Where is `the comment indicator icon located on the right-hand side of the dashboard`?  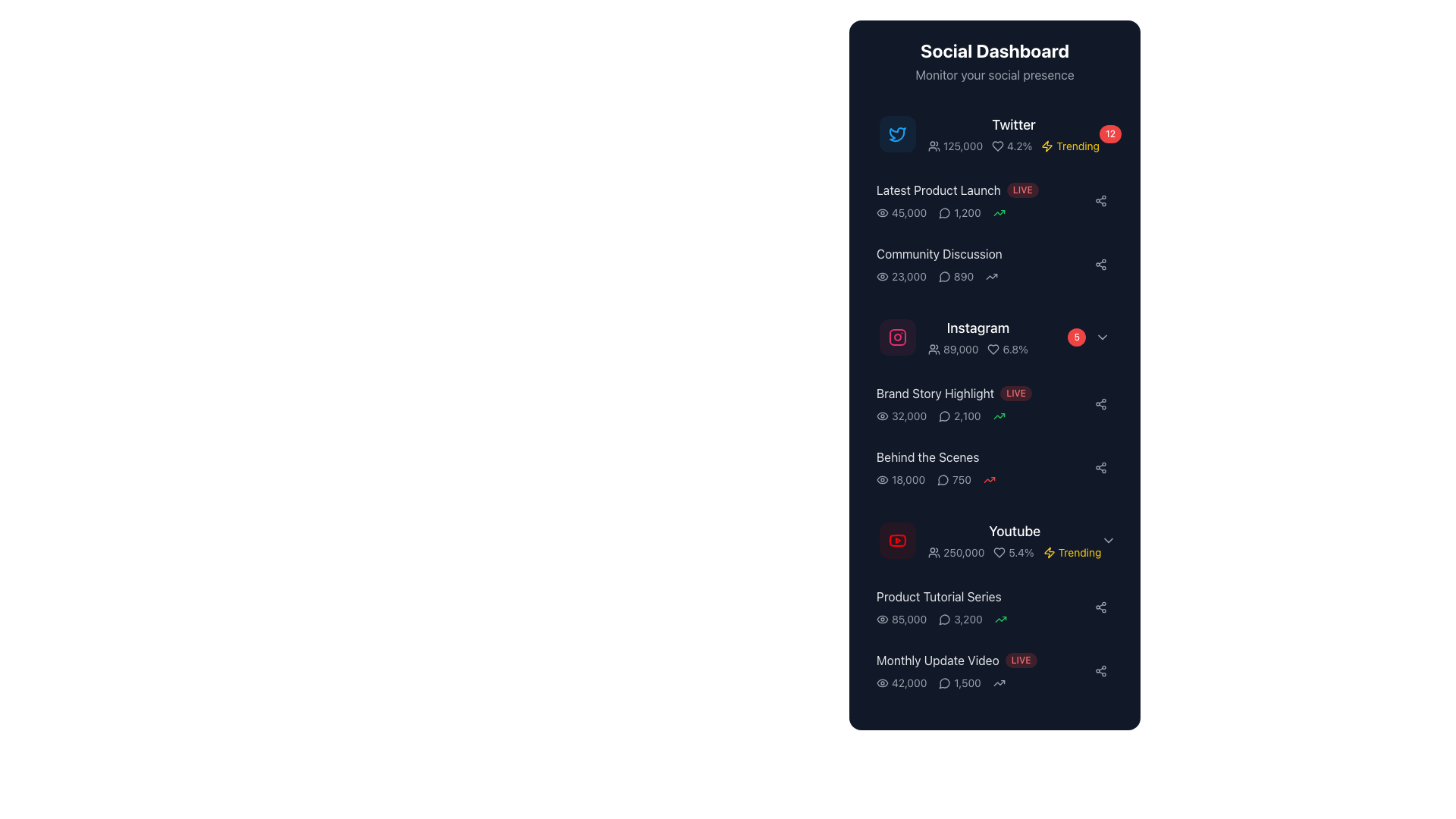
the comment indicator icon located on the right-hand side of the dashboard is located at coordinates (944, 683).